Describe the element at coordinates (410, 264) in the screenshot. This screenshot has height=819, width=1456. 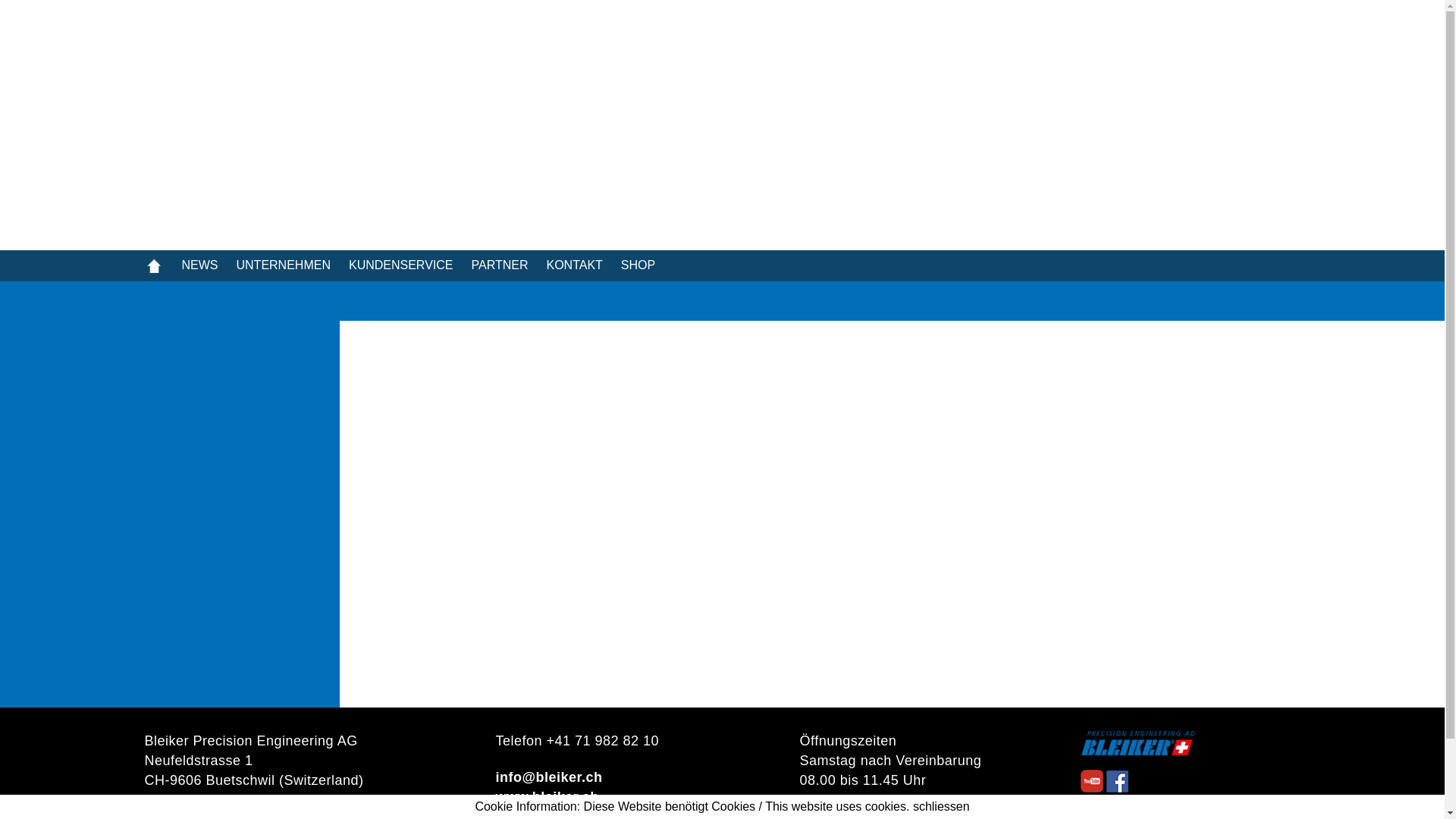
I see `'KUNDENSERVICE'` at that location.